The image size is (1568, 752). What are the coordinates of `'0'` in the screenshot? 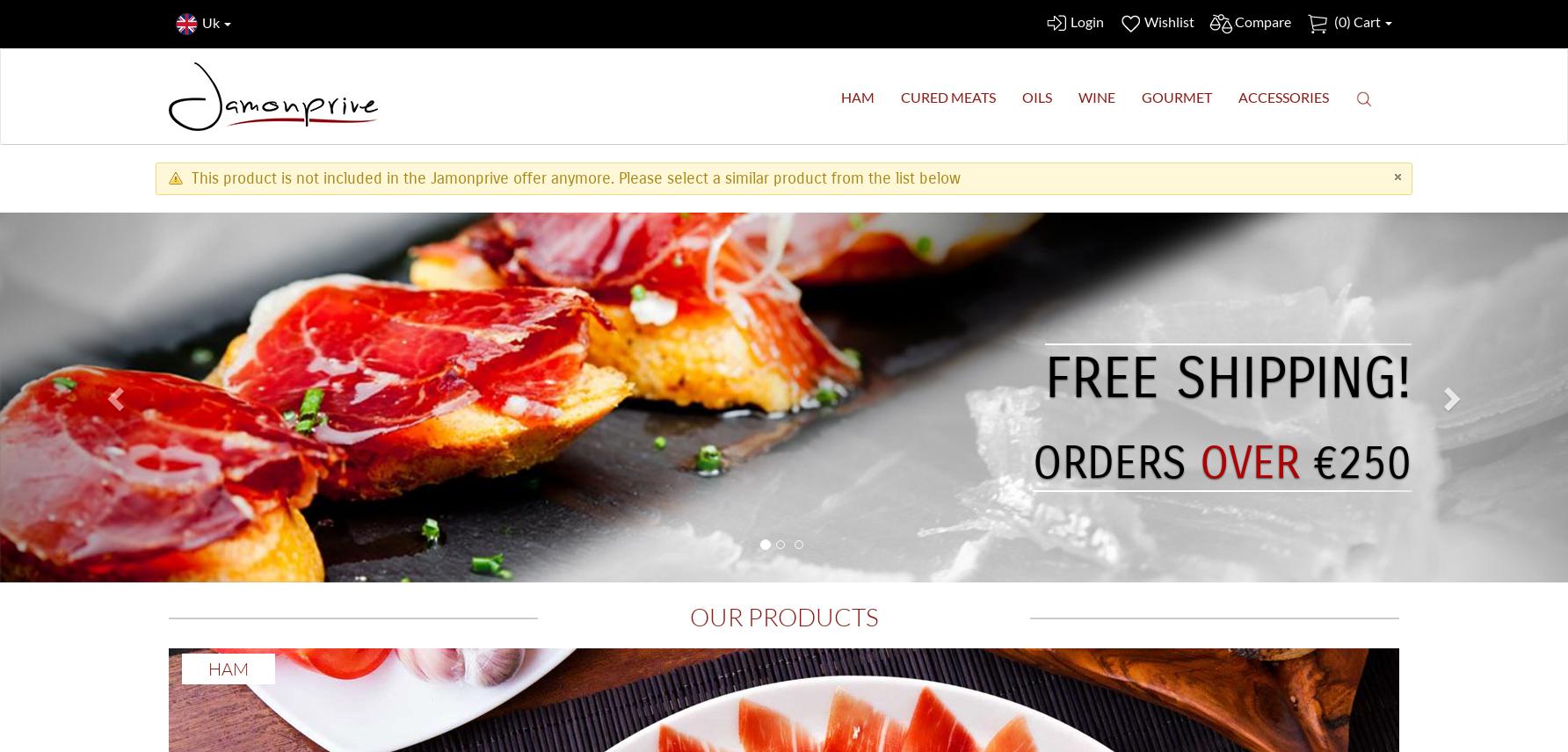 It's located at (1341, 21).